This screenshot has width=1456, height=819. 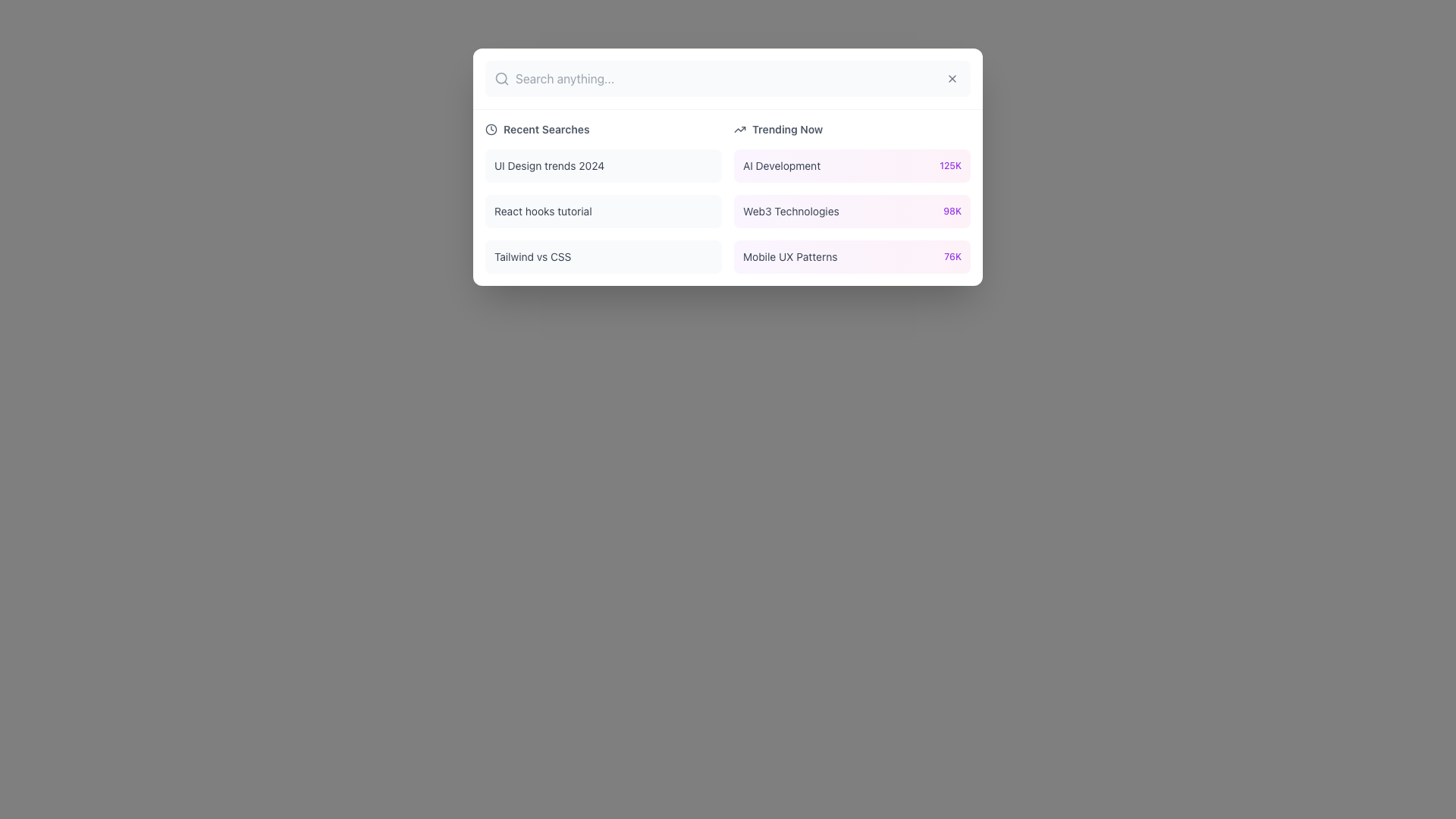 What do you see at coordinates (502, 79) in the screenshot?
I see `the small magnifying glass icon styled with thin, rounded strokes in a light gray color, which is positioned to the left of the large horizontal text input box for the search functionality` at bounding box center [502, 79].